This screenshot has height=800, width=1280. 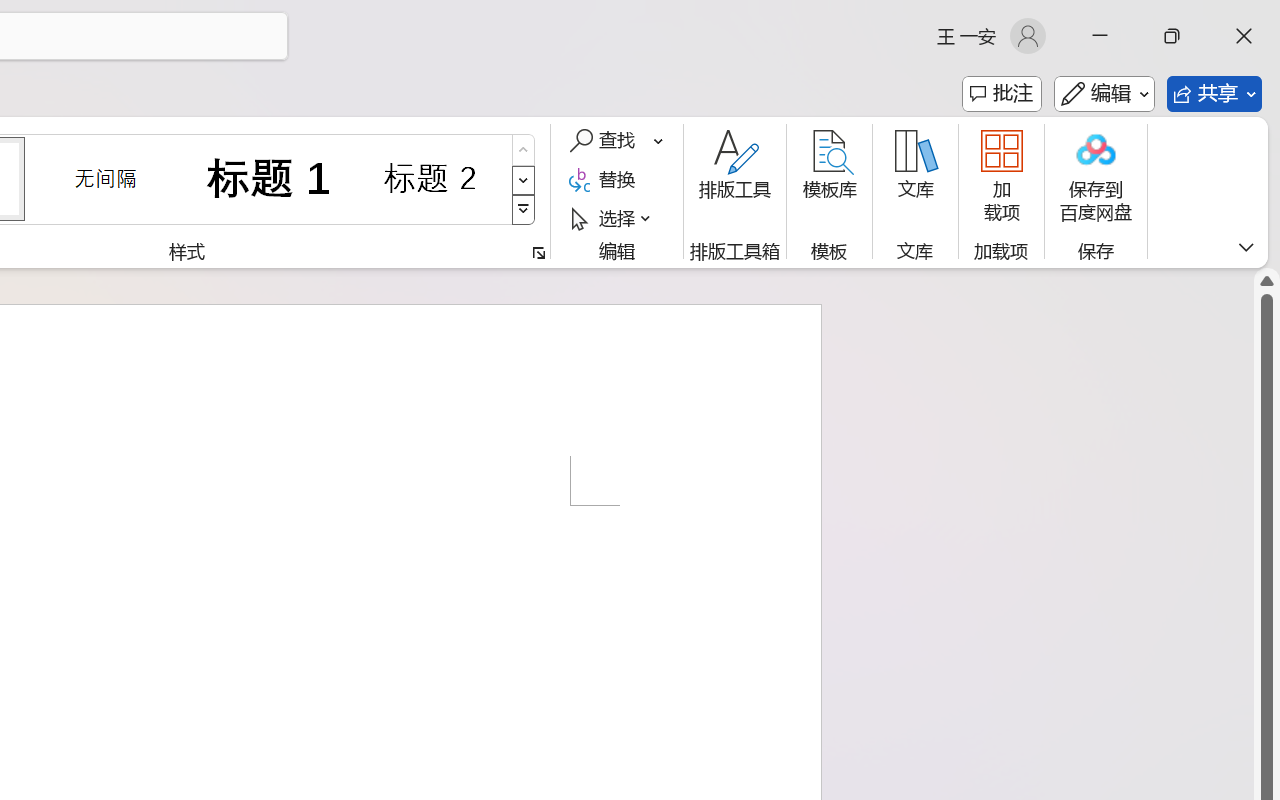 I want to click on 'Class: NetUIImage', so click(x=524, y=210).